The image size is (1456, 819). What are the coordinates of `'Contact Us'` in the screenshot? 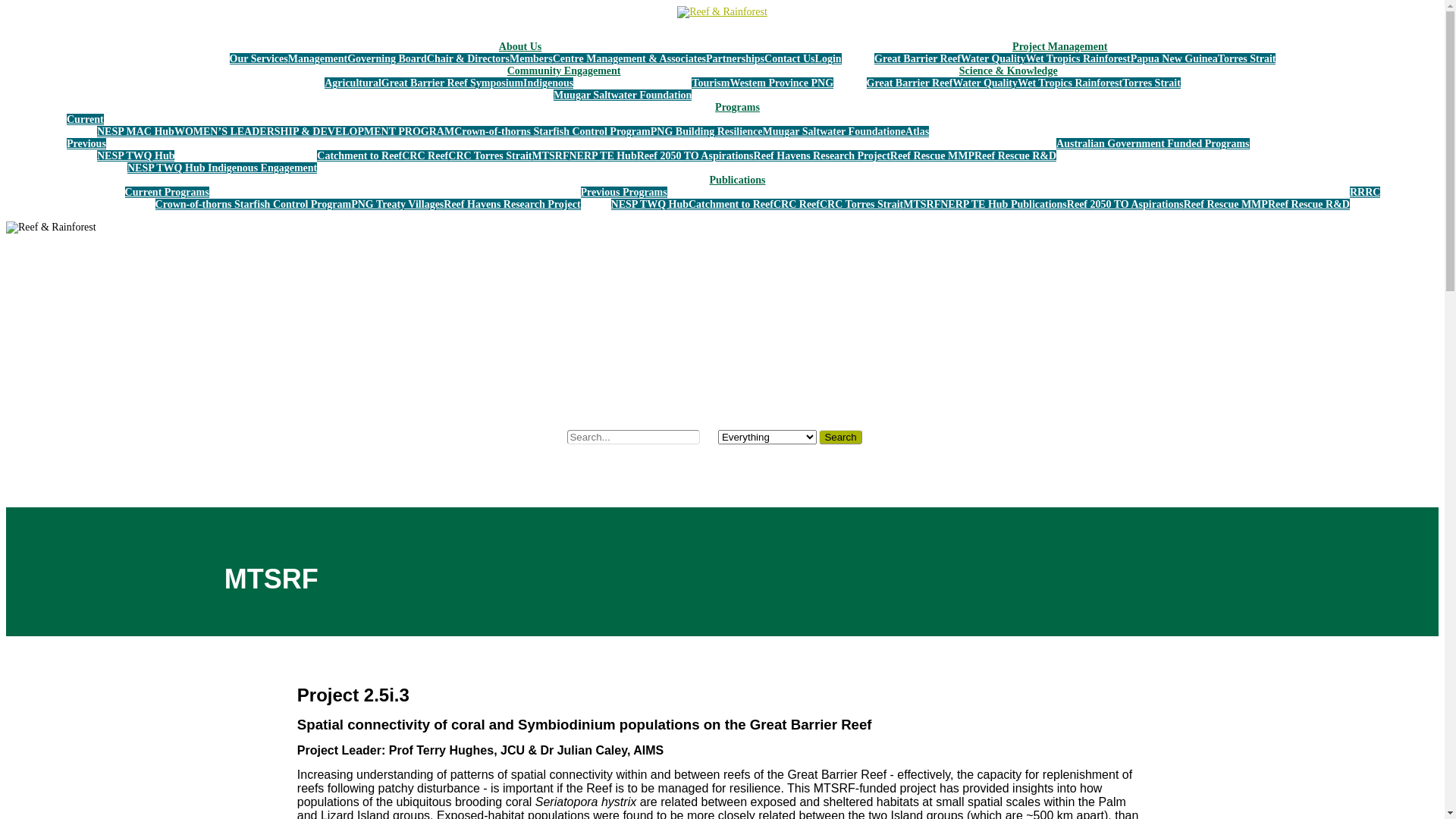 It's located at (764, 58).